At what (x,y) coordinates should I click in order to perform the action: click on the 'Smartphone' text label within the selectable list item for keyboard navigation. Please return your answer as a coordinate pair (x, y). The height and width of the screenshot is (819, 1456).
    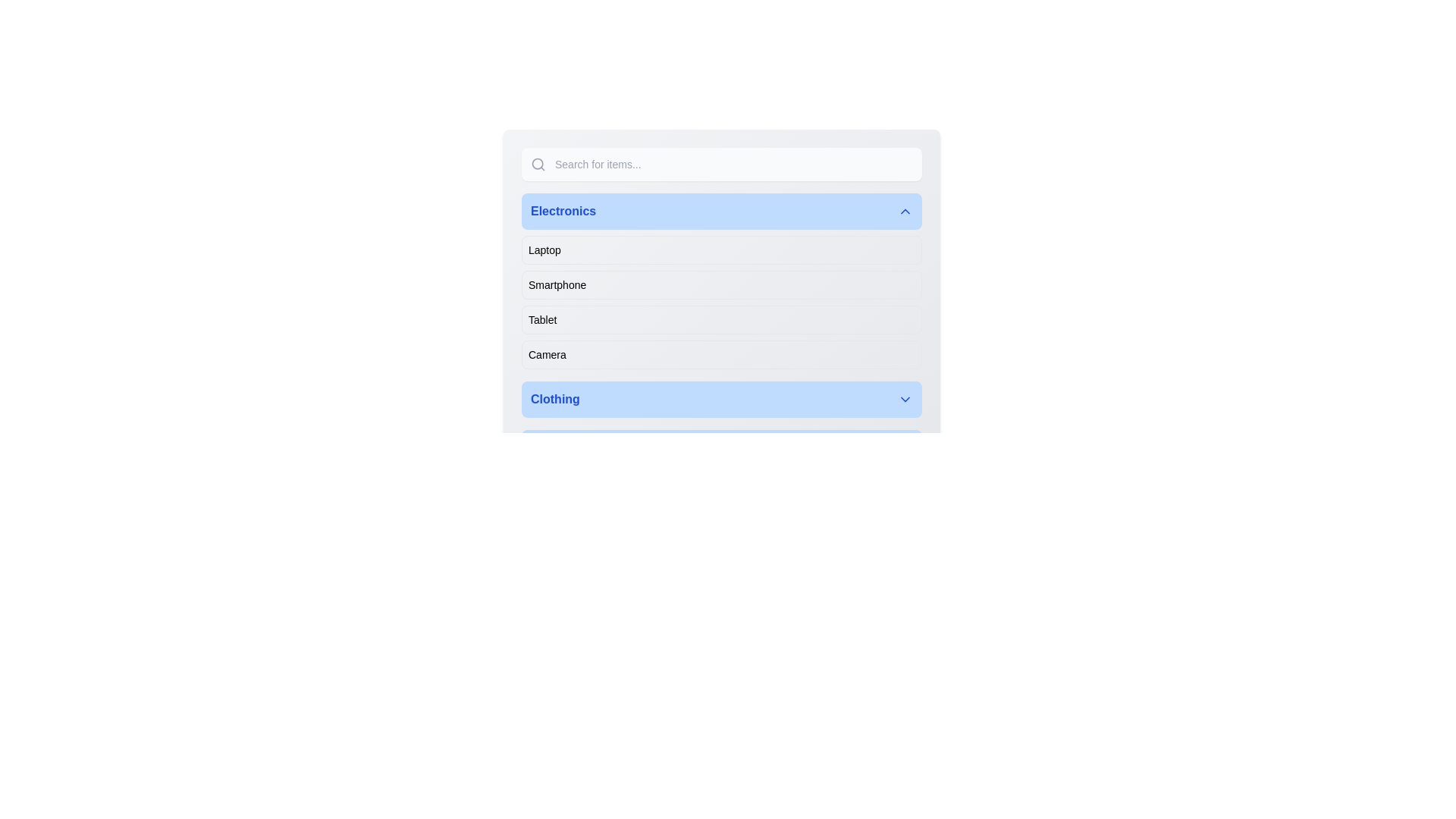
    Looking at the image, I should click on (557, 284).